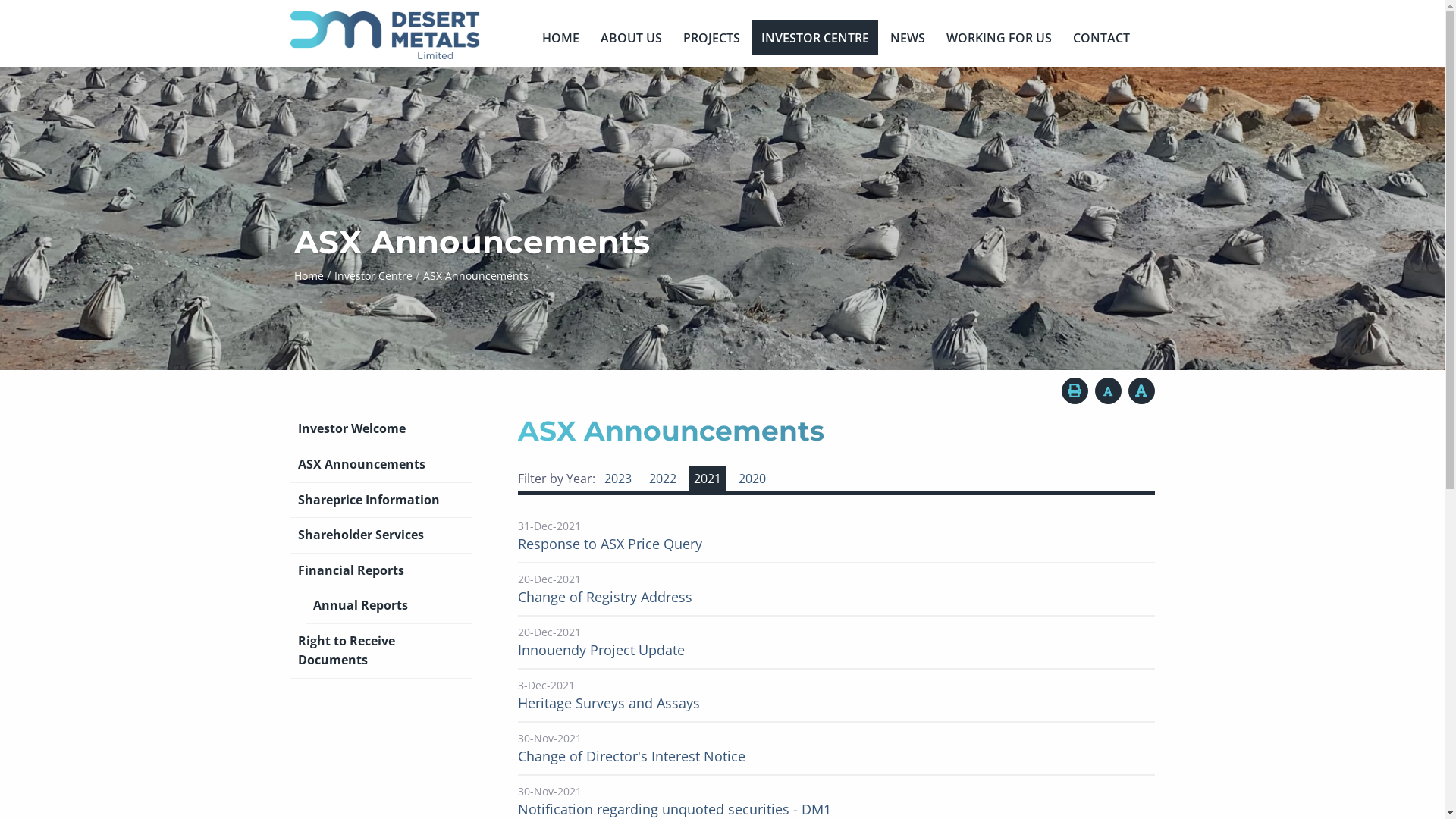  Describe the element at coordinates (381, 571) in the screenshot. I see `'Financial Reports'` at that location.